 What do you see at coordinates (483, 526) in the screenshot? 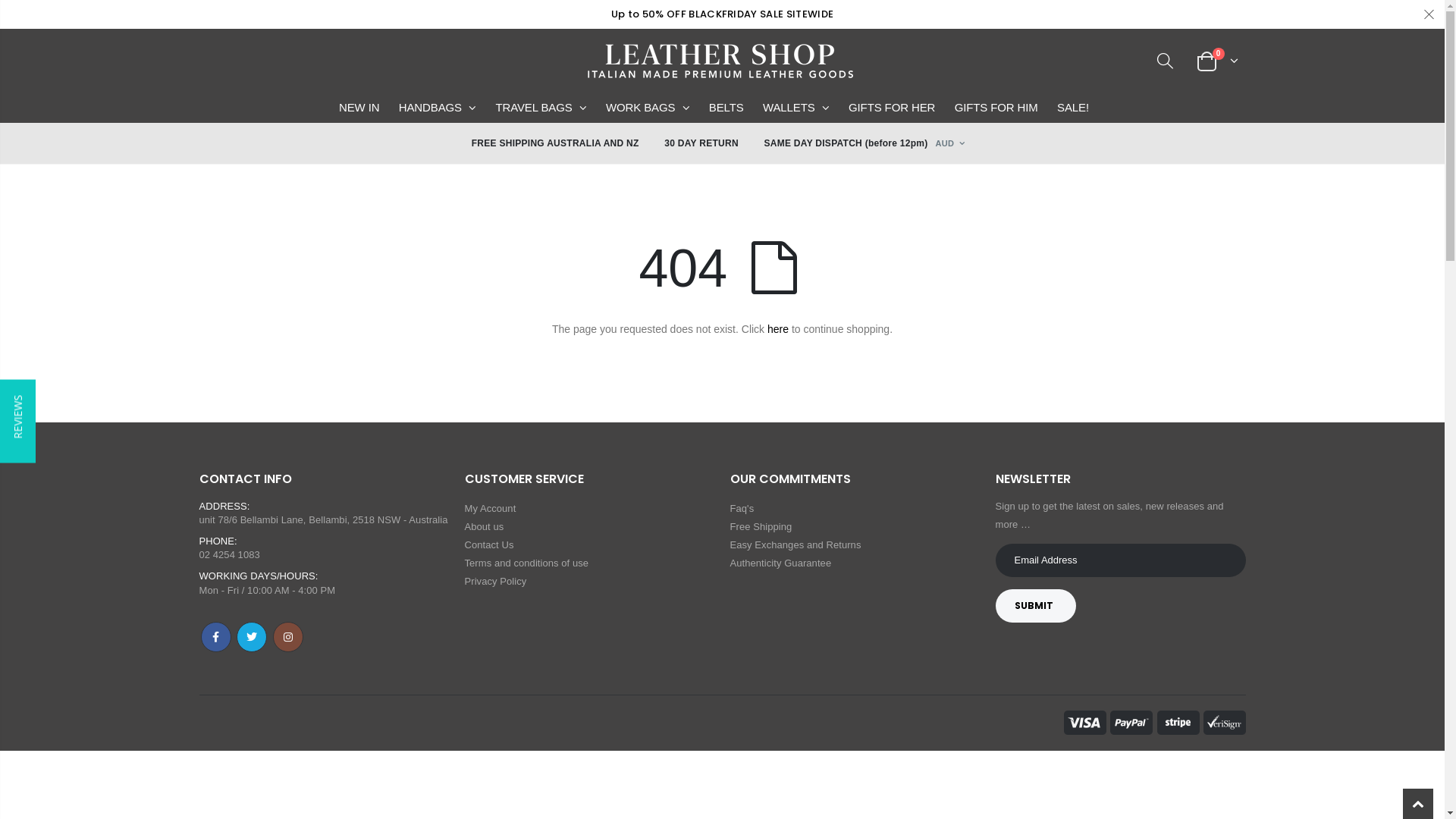
I see `'About us'` at bounding box center [483, 526].